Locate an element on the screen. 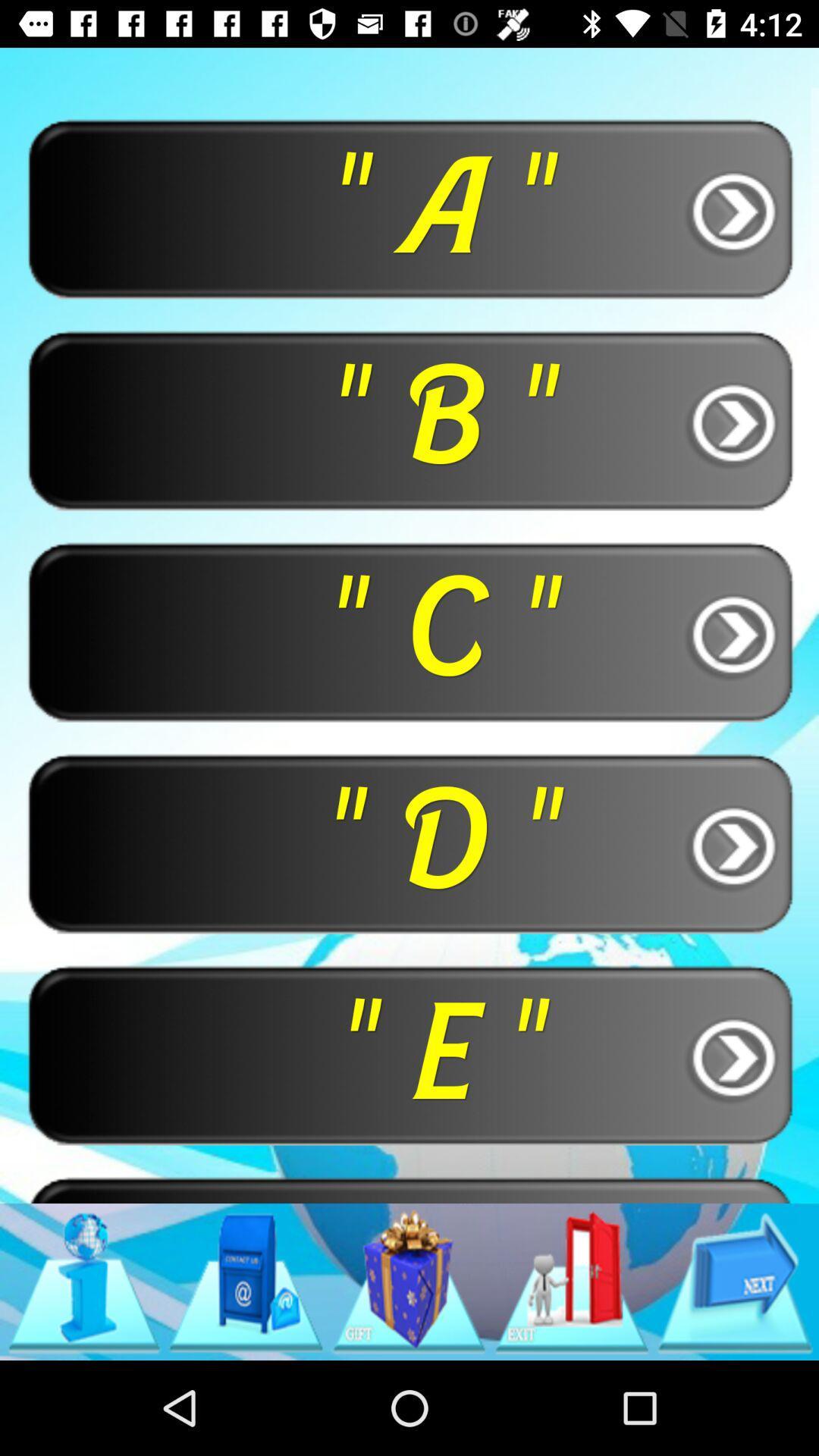  button above   " e " icon is located at coordinates (409, 842).